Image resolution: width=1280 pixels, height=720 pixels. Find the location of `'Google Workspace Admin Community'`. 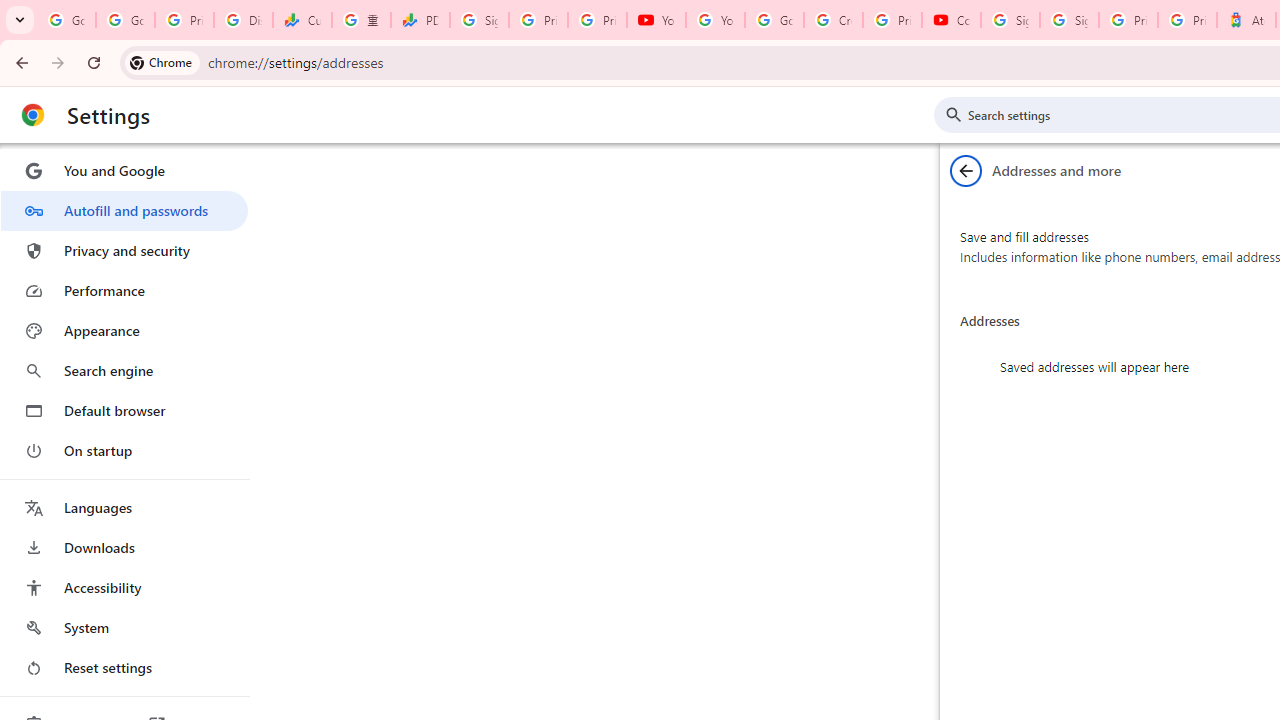

'Google Workspace Admin Community' is located at coordinates (66, 20).